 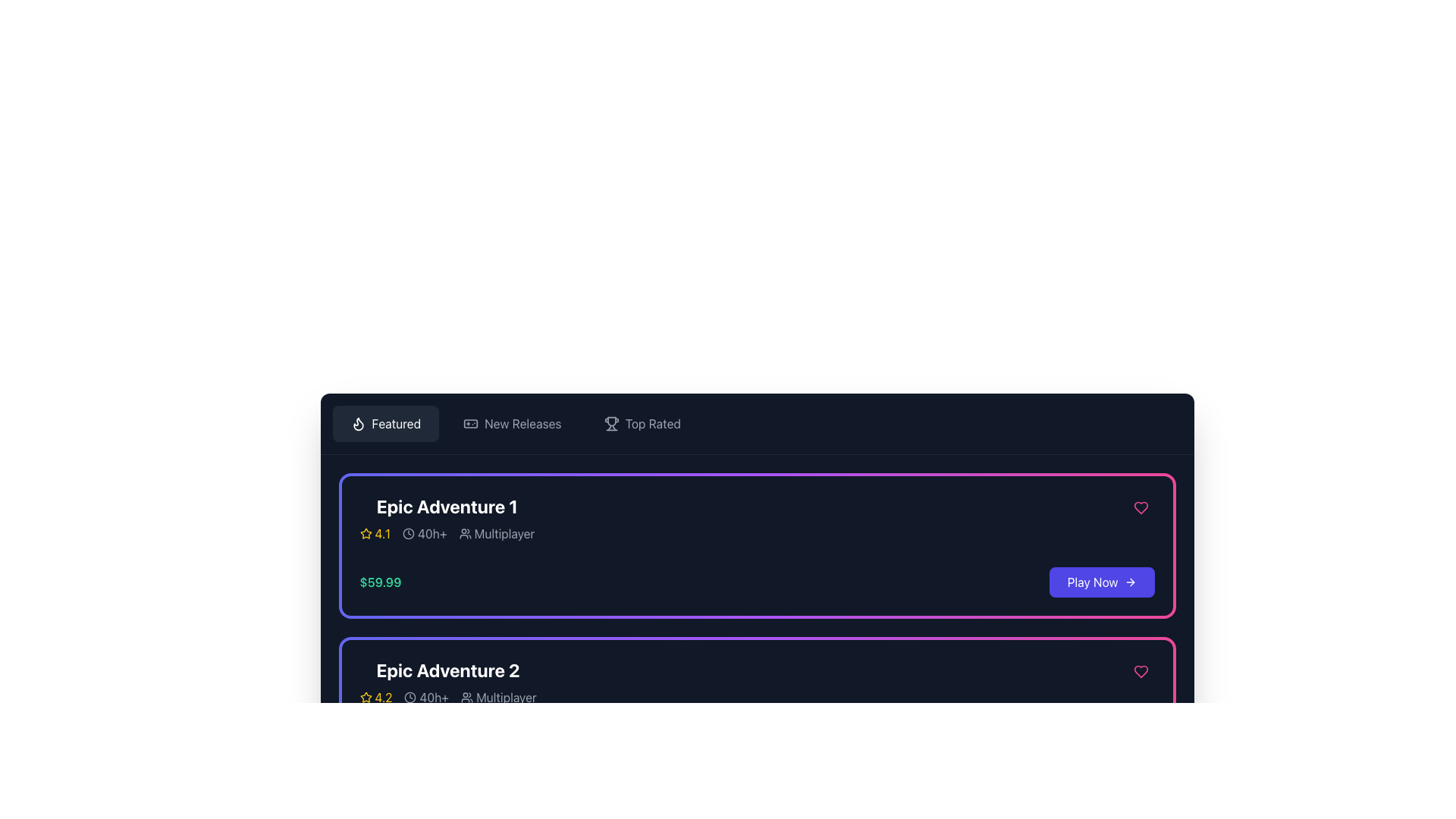 What do you see at coordinates (611, 422) in the screenshot?
I see `the 'Top Rated' icon in the header bar` at bounding box center [611, 422].